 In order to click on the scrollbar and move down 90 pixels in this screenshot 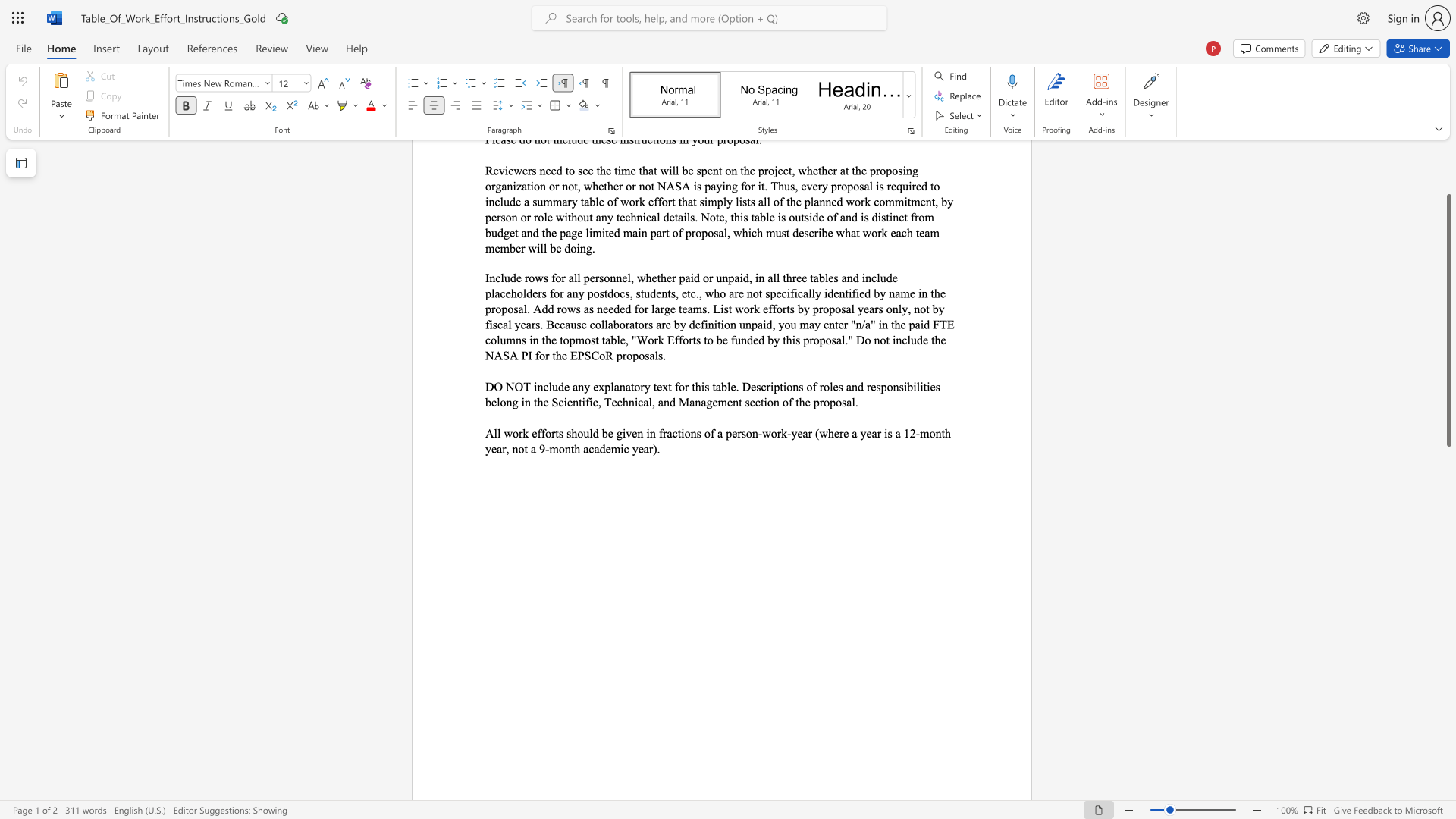, I will do `click(1448, 319)`.